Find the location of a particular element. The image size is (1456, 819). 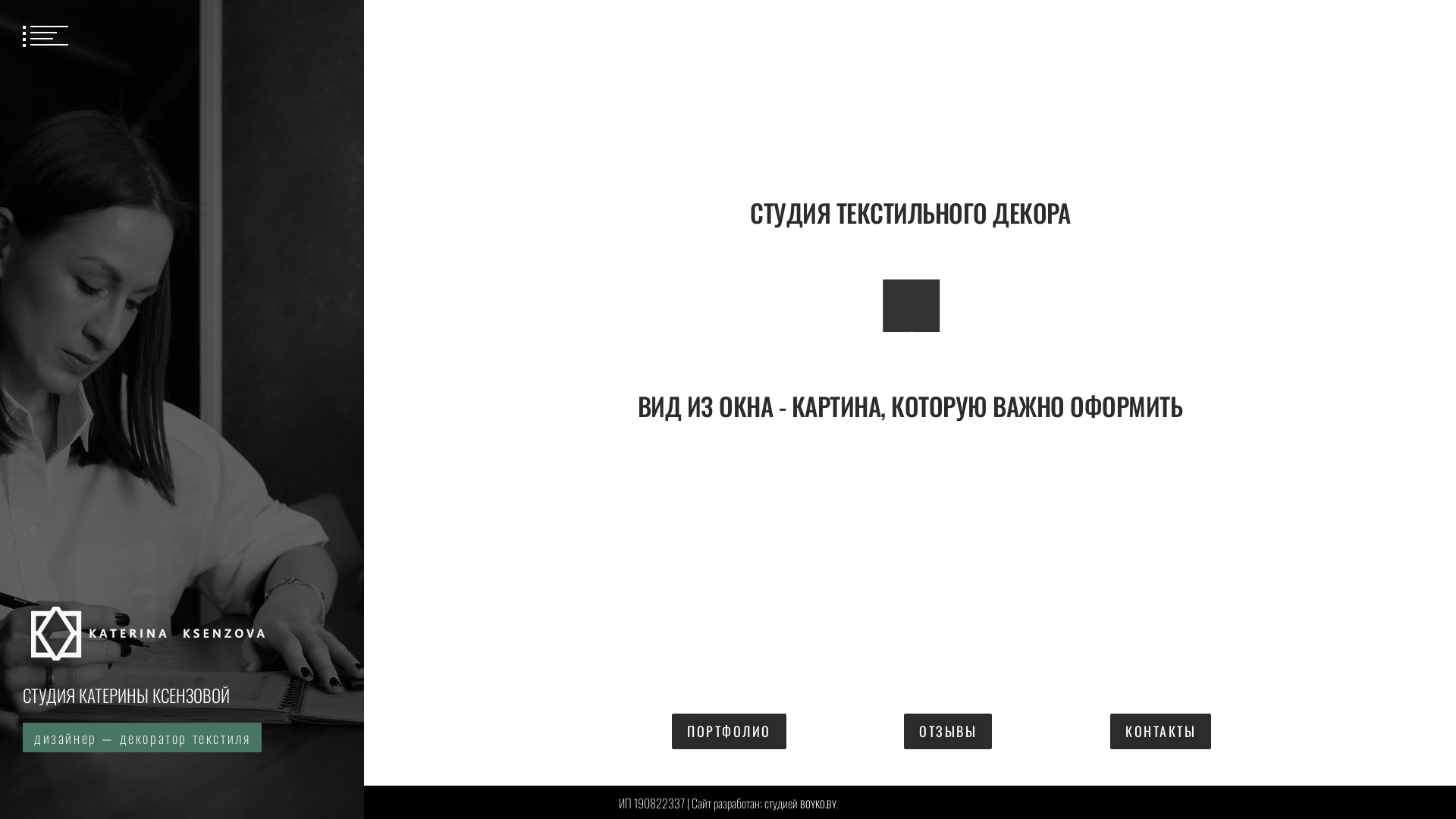

'BOYKO.BY' is located at coordinates (817, 800).